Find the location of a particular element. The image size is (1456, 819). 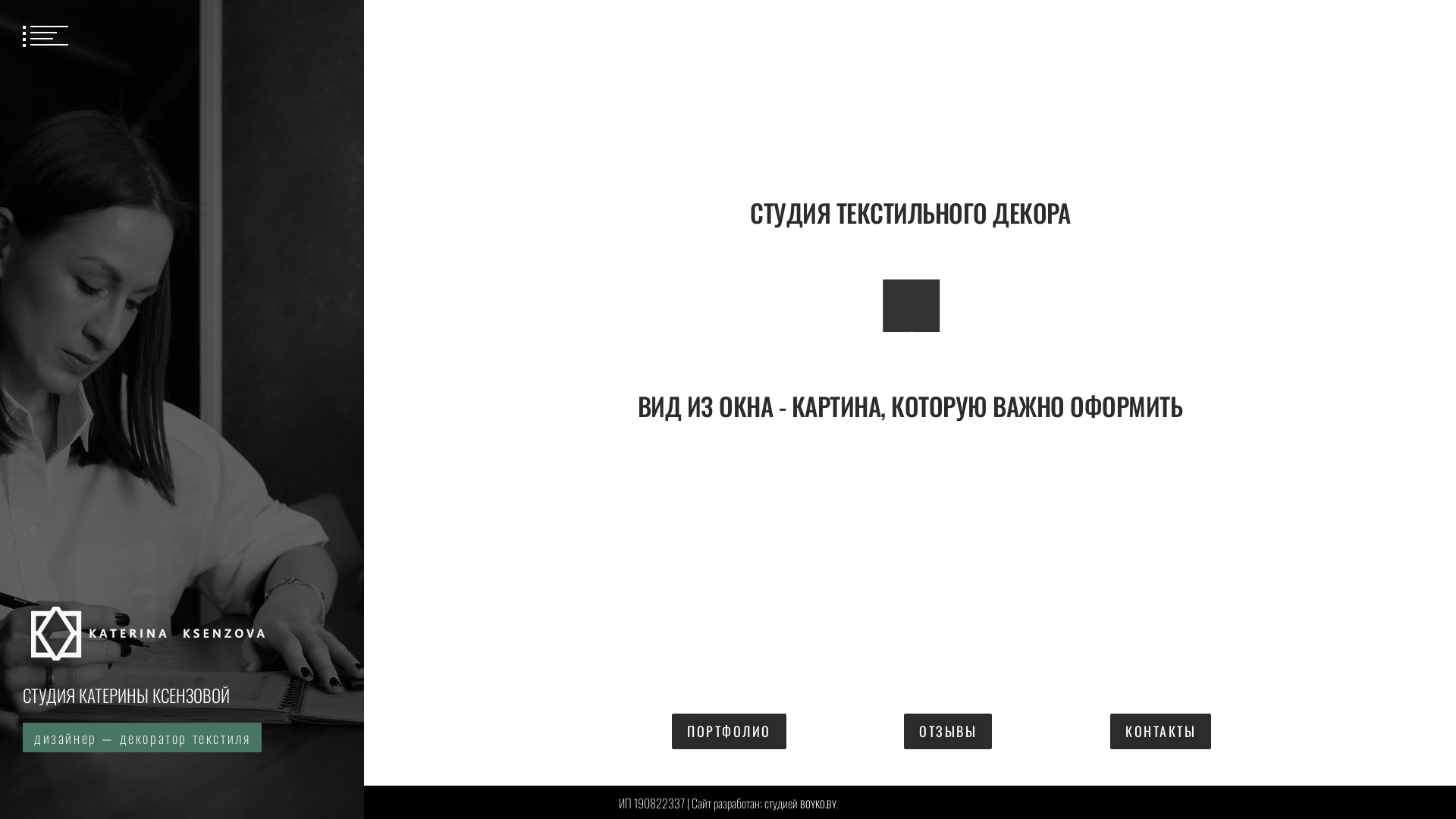

'BOYKO.BY' is located at coordinates (817, 800).